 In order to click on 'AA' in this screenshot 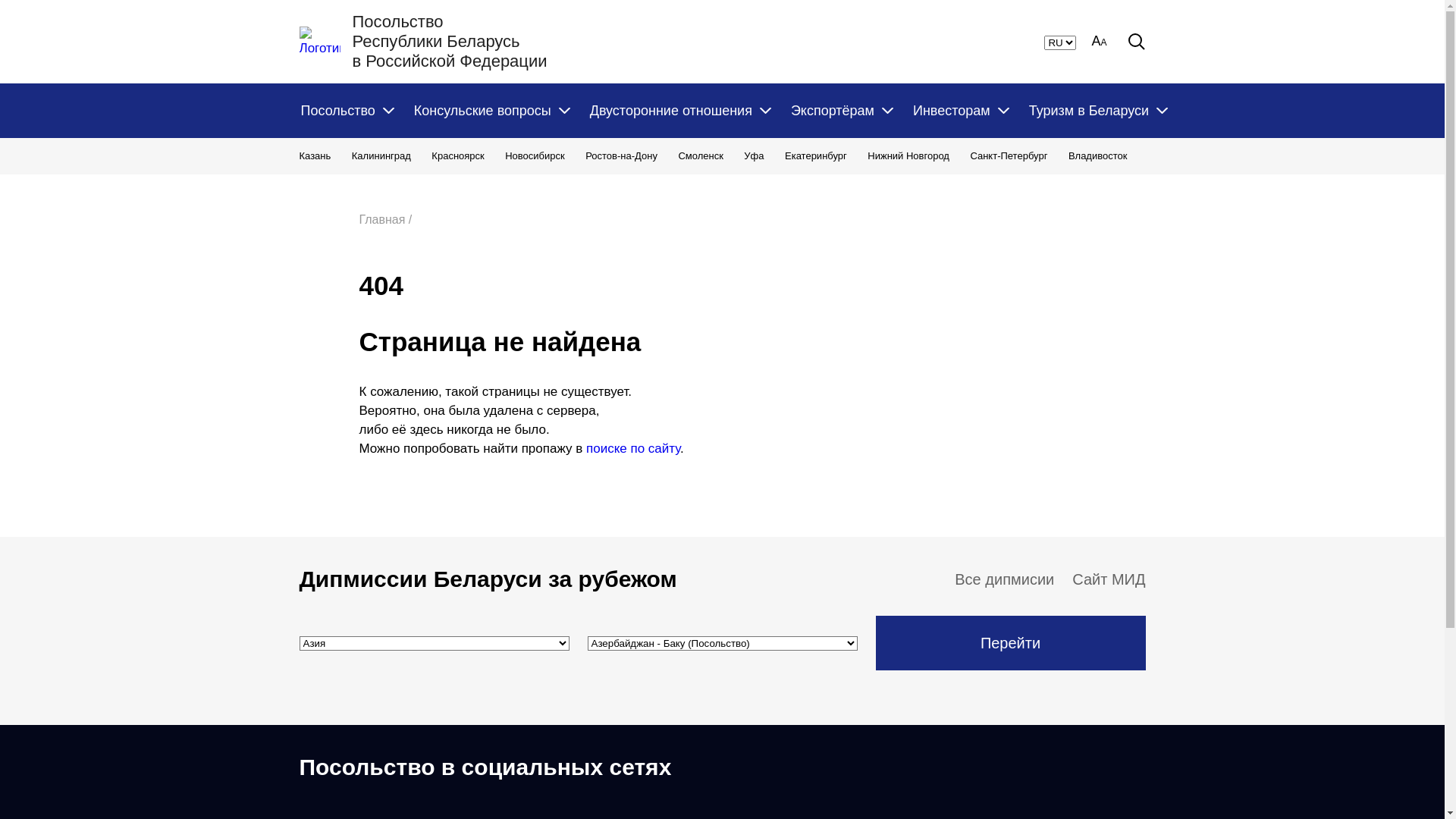, I will do `click(1099, 40)`.